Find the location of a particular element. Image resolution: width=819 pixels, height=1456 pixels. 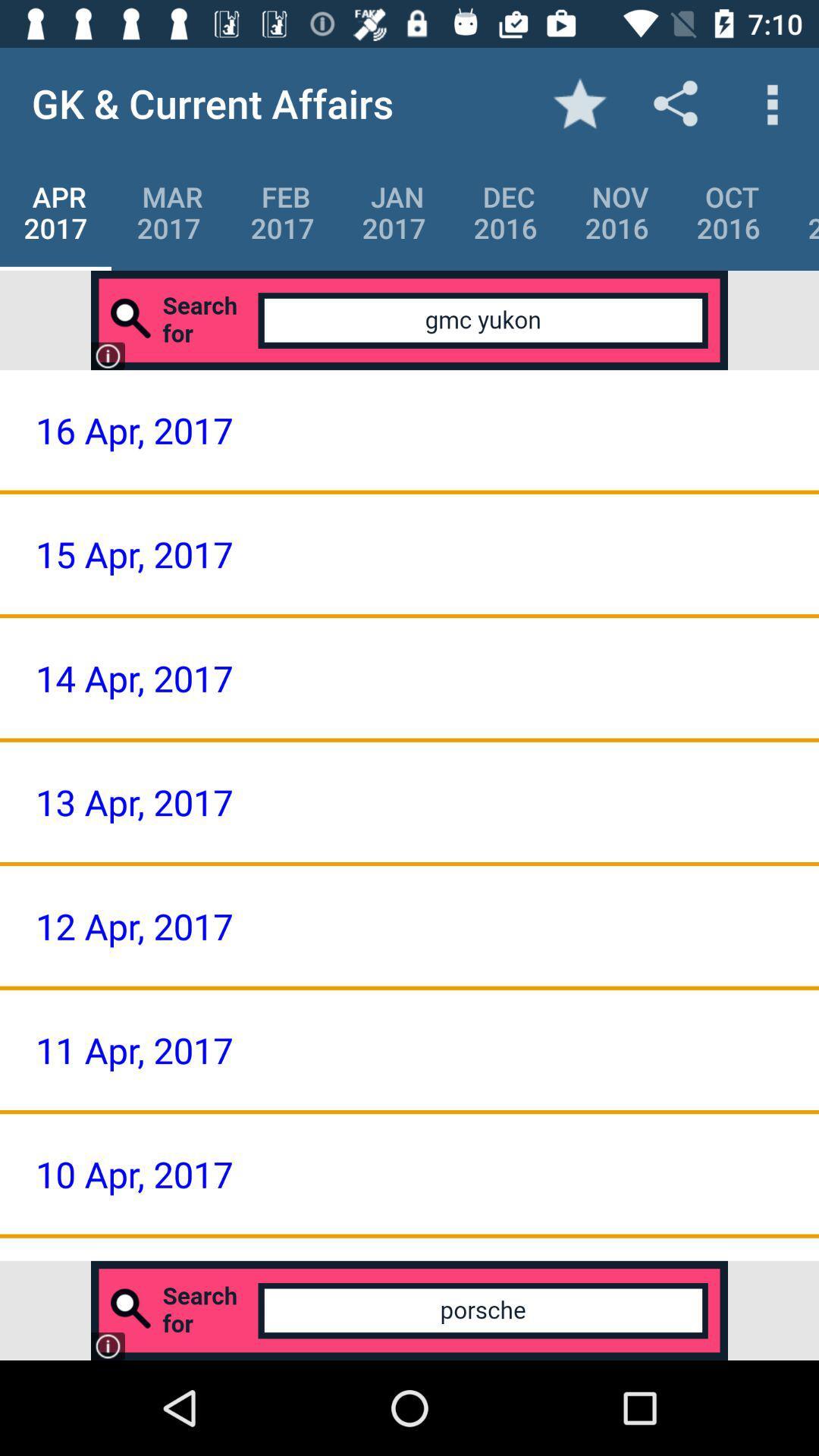

access advertisement is located at coordinates (409, 1310).